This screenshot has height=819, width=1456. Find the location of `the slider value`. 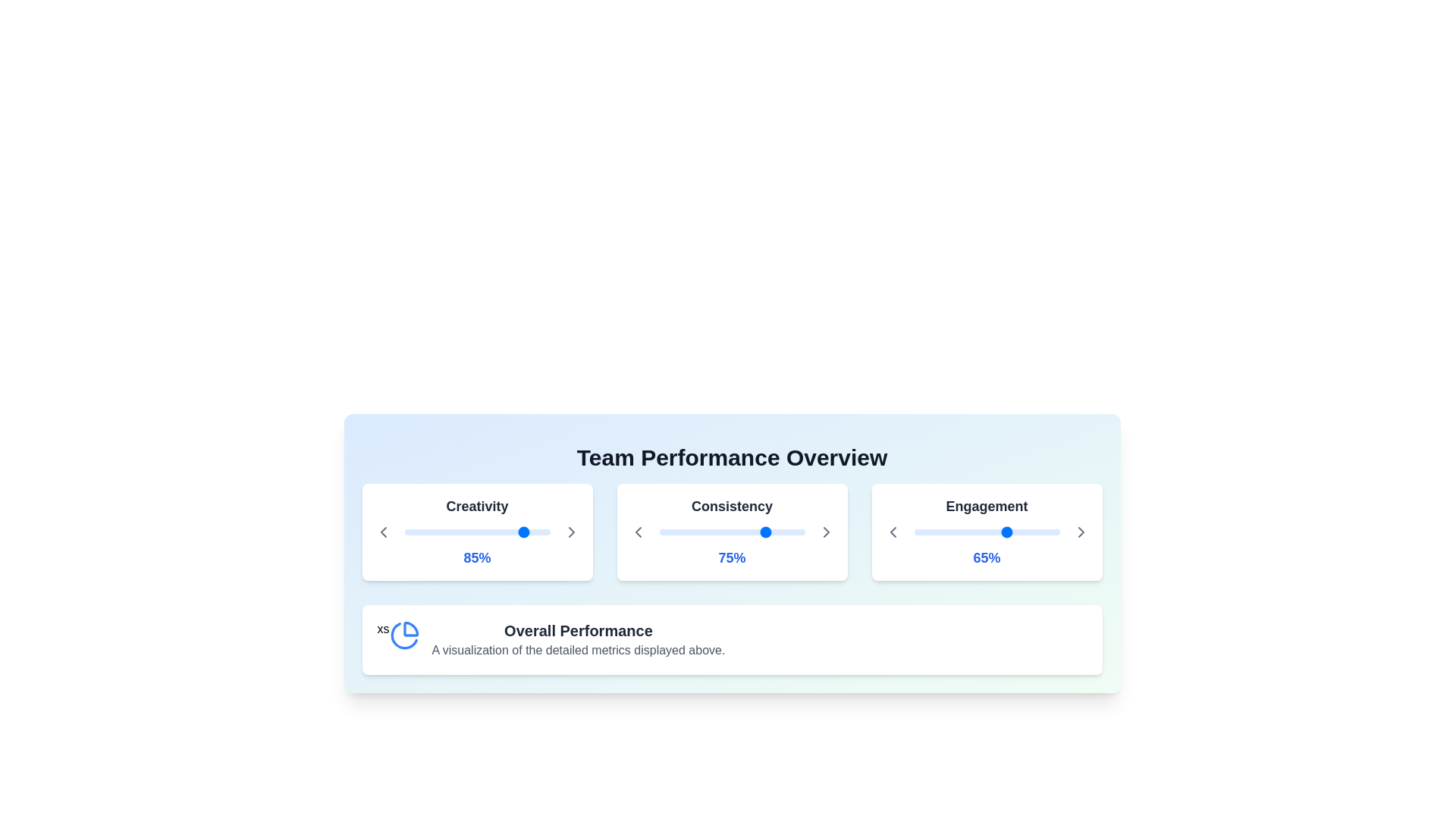

the slider value is located at coordinates (438, 532).